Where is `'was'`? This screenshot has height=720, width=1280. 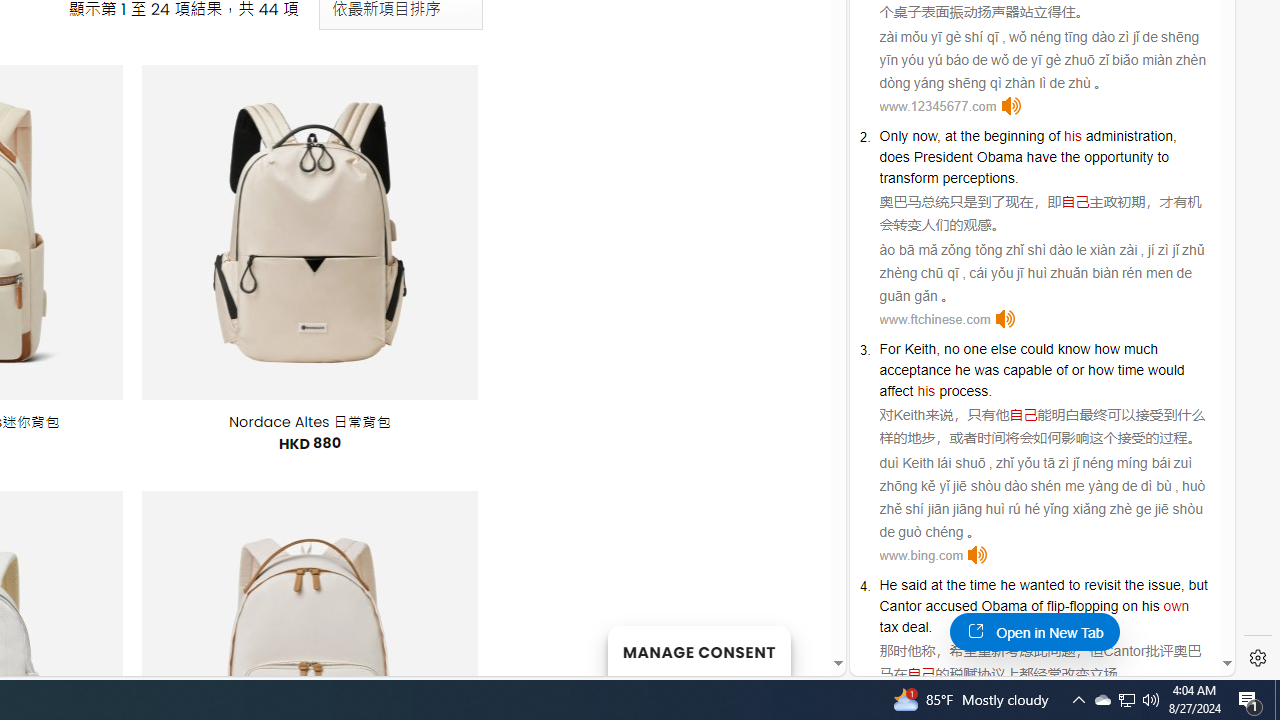
'was' is located at coordinates (986, 370).